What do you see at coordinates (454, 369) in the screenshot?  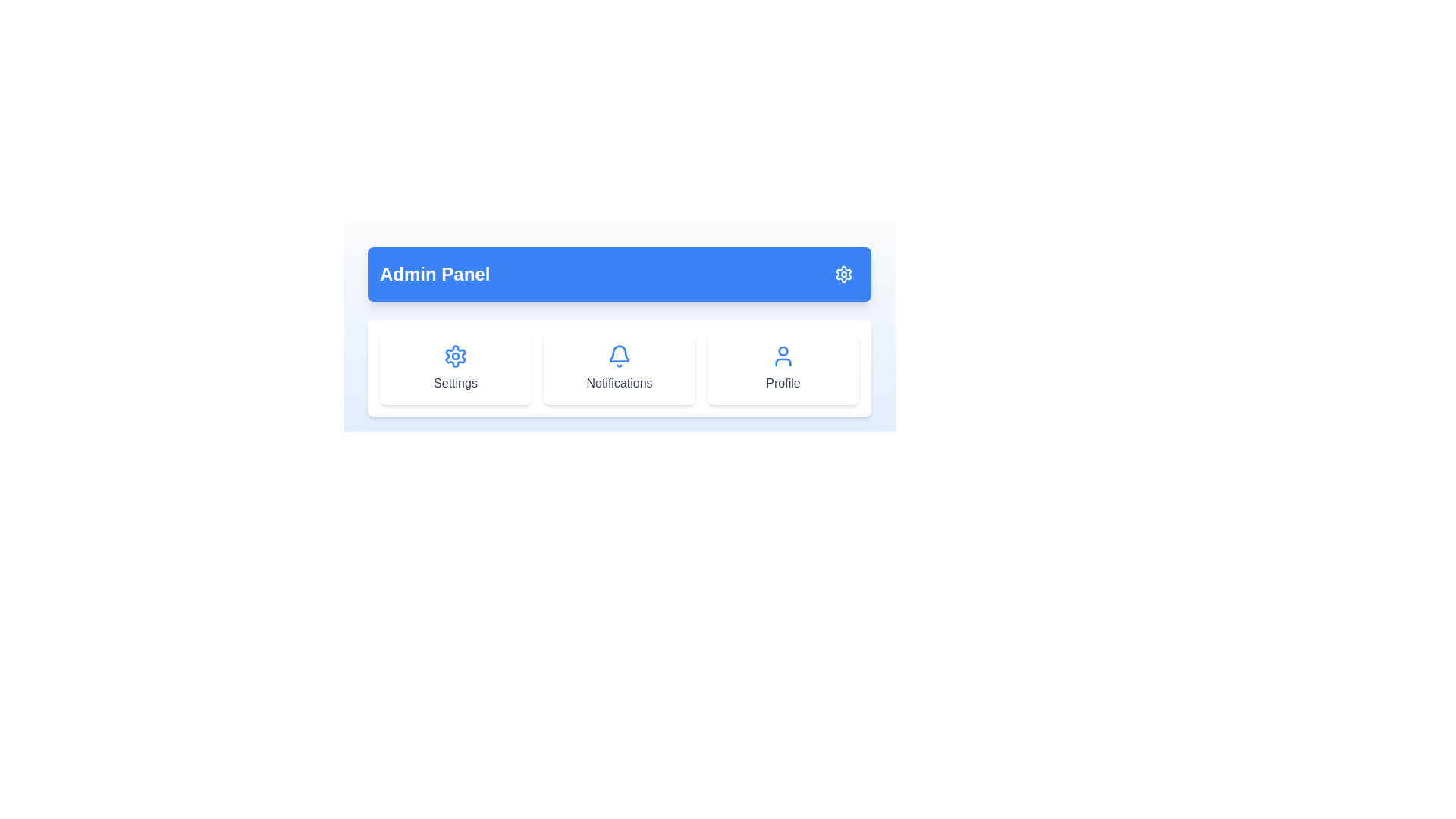 I see `the Settings card to select it` at bounding box center [454, 369].